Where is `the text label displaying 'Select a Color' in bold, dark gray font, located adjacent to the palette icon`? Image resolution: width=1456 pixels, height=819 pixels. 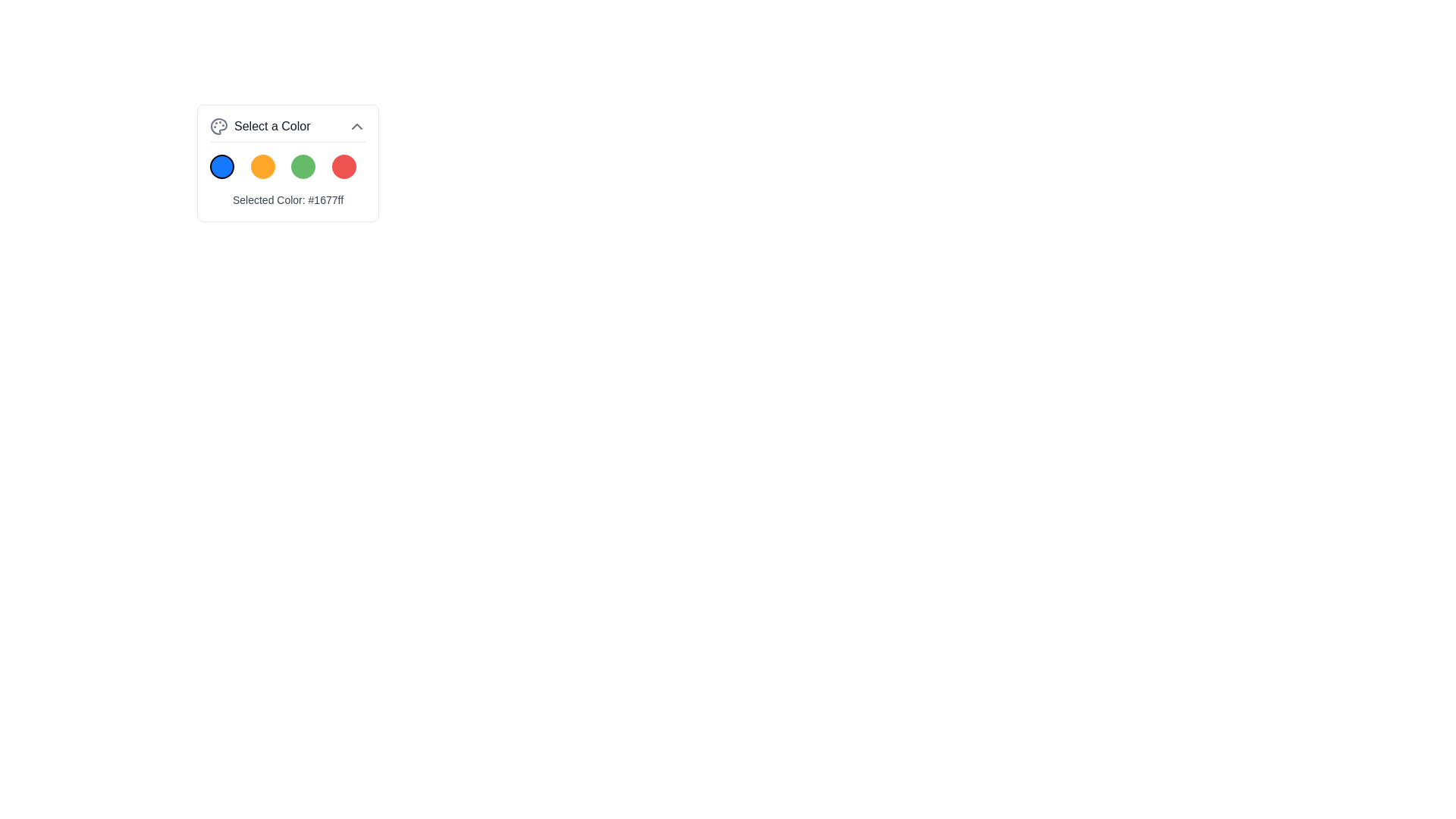 the text label displaying 'Select a Color' in bold, dark gray font, located adjacent to the palette icon is located at coordinates (272, 125).